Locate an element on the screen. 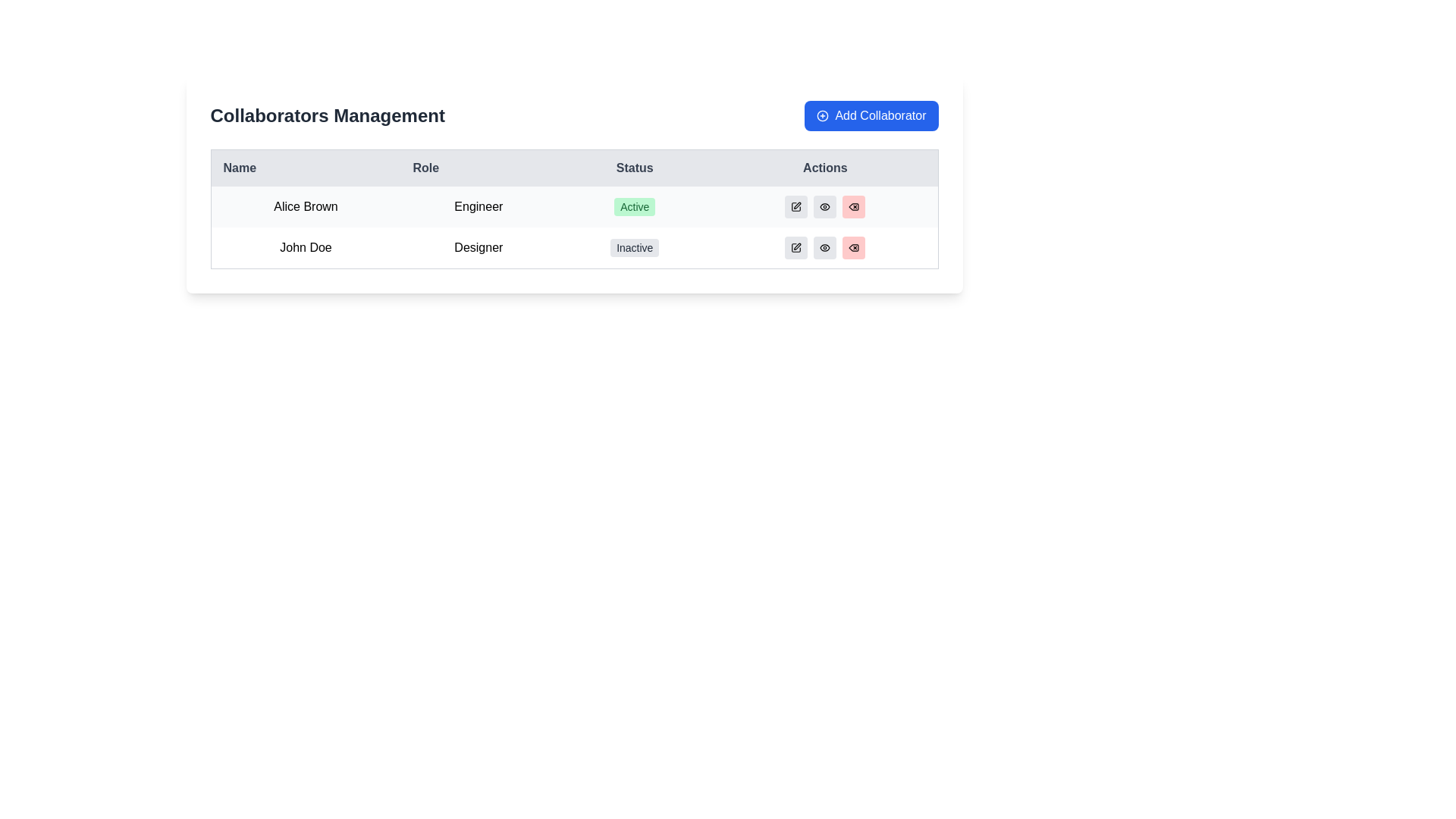 Image resolution: width=1456 pixels, height=819 pixels. the 'view' icon button located in the 'Actions' column of the second row of the table under 'Collaborators Management' is located at coordinates (824, 247).